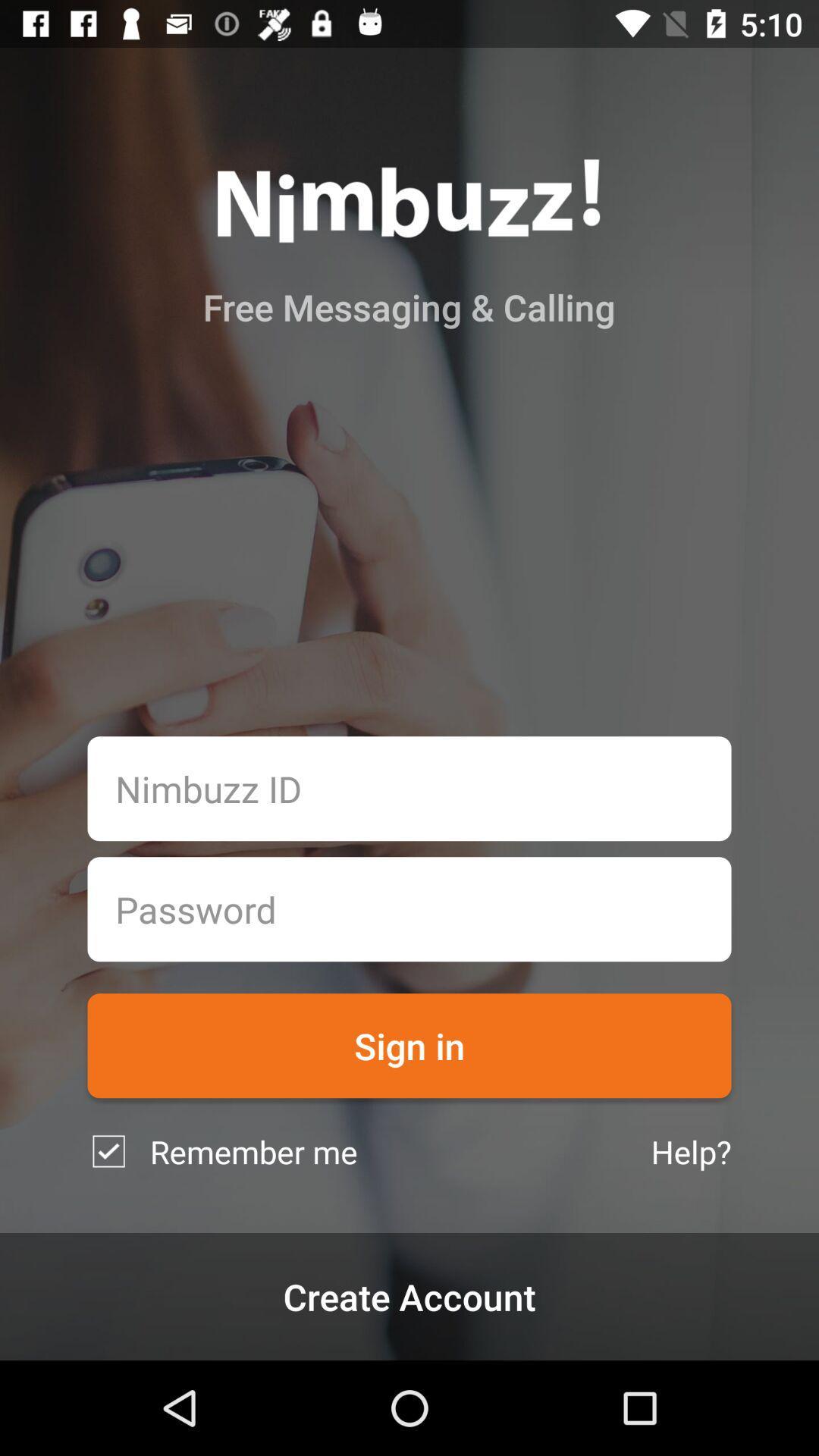 The image size is (819, 1456). I want to click on id, so click(409, 789).